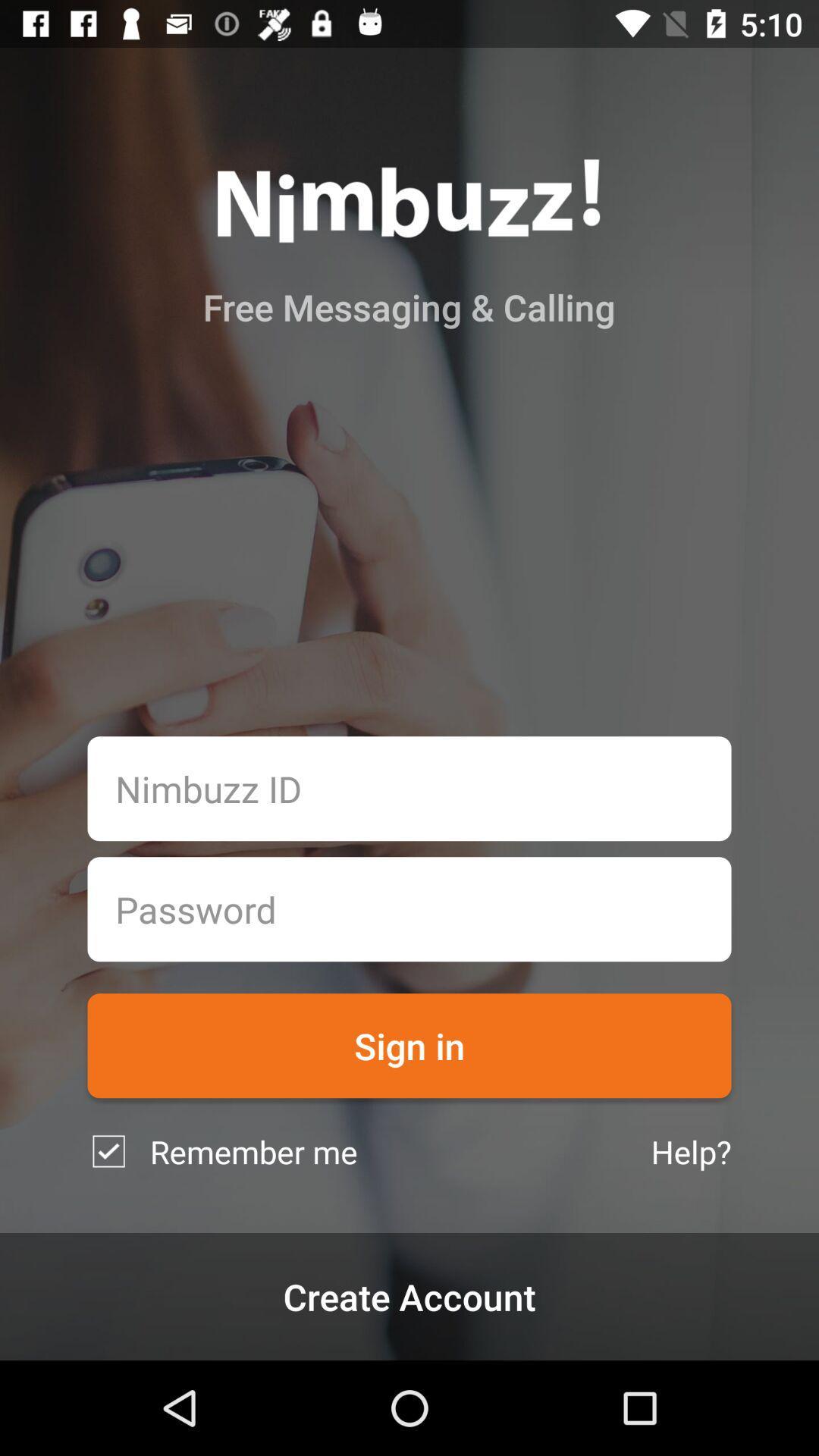 The image size is (819, 1456). I want to click on id, so click(409, 789).